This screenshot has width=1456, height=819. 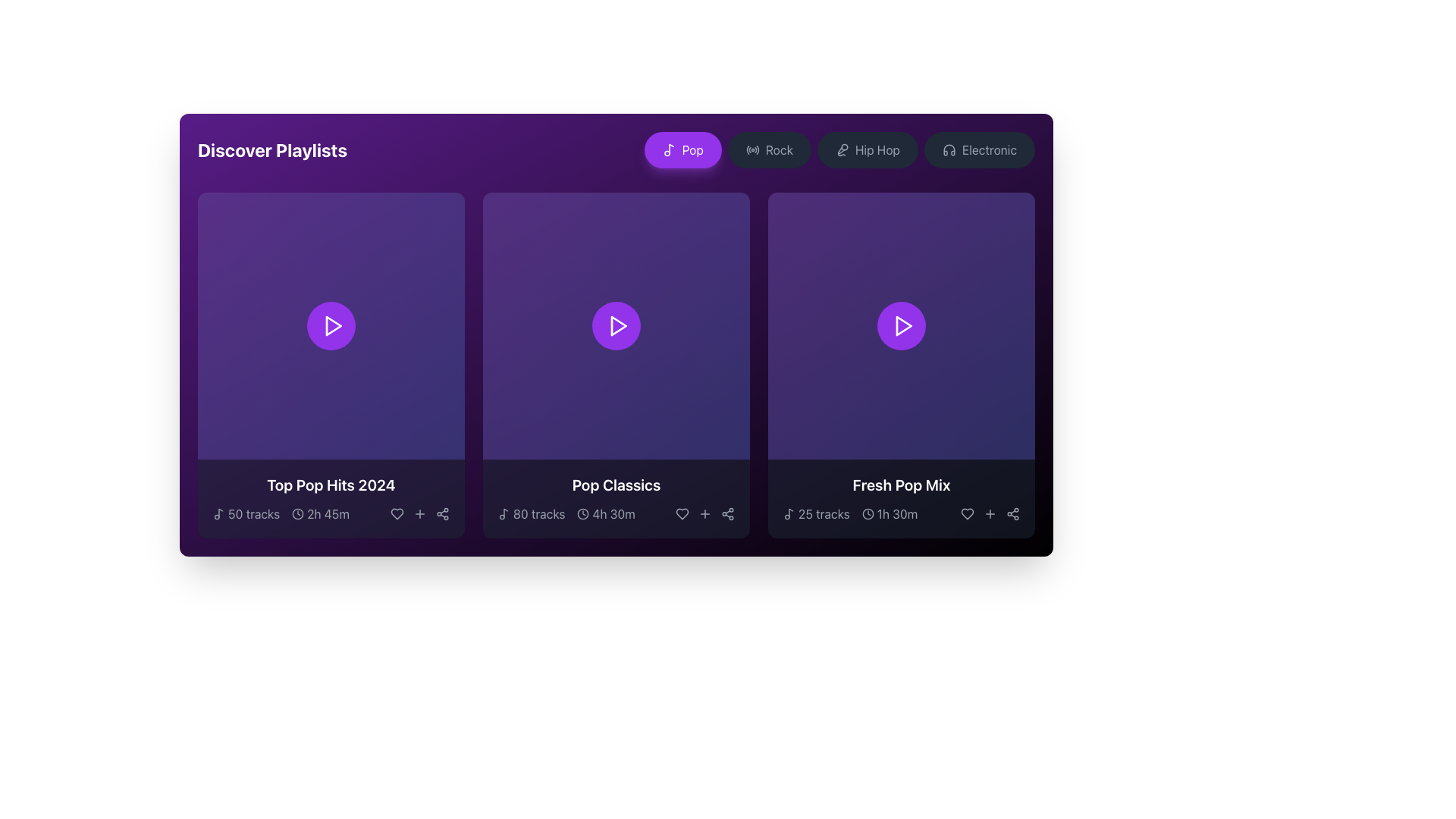 What do you see at coordinates (668, 149) in the screenshot?
I see `the 'Pop' music genre icon, which is located to the left of the 'Pop' label within the purple elliptical button` at bounding box center [668, 149].